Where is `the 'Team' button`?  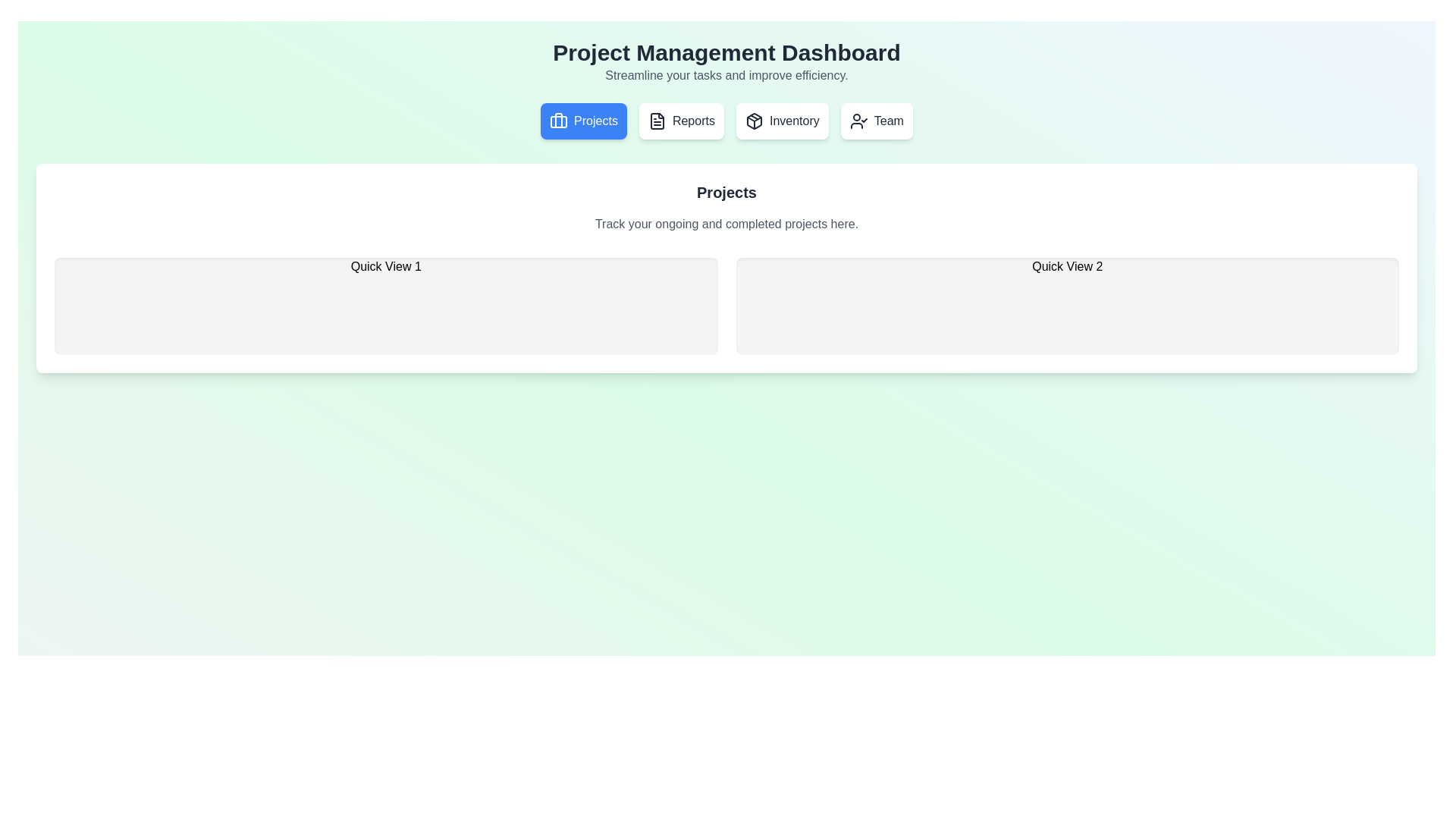
the 'Team' button is located at coordinates (877, 120).